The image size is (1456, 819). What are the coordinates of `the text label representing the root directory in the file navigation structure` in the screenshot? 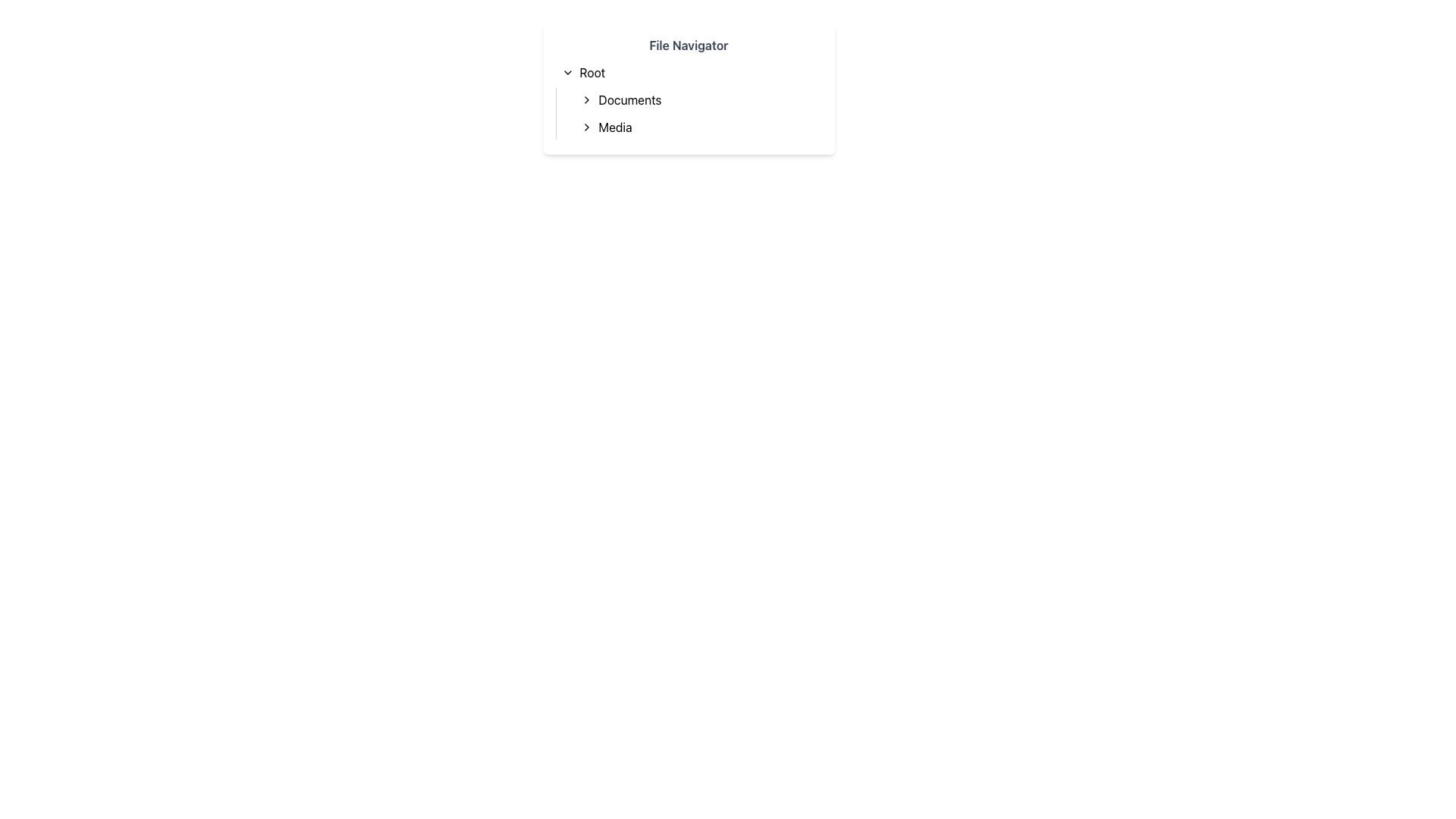 It's located at (591, 73).